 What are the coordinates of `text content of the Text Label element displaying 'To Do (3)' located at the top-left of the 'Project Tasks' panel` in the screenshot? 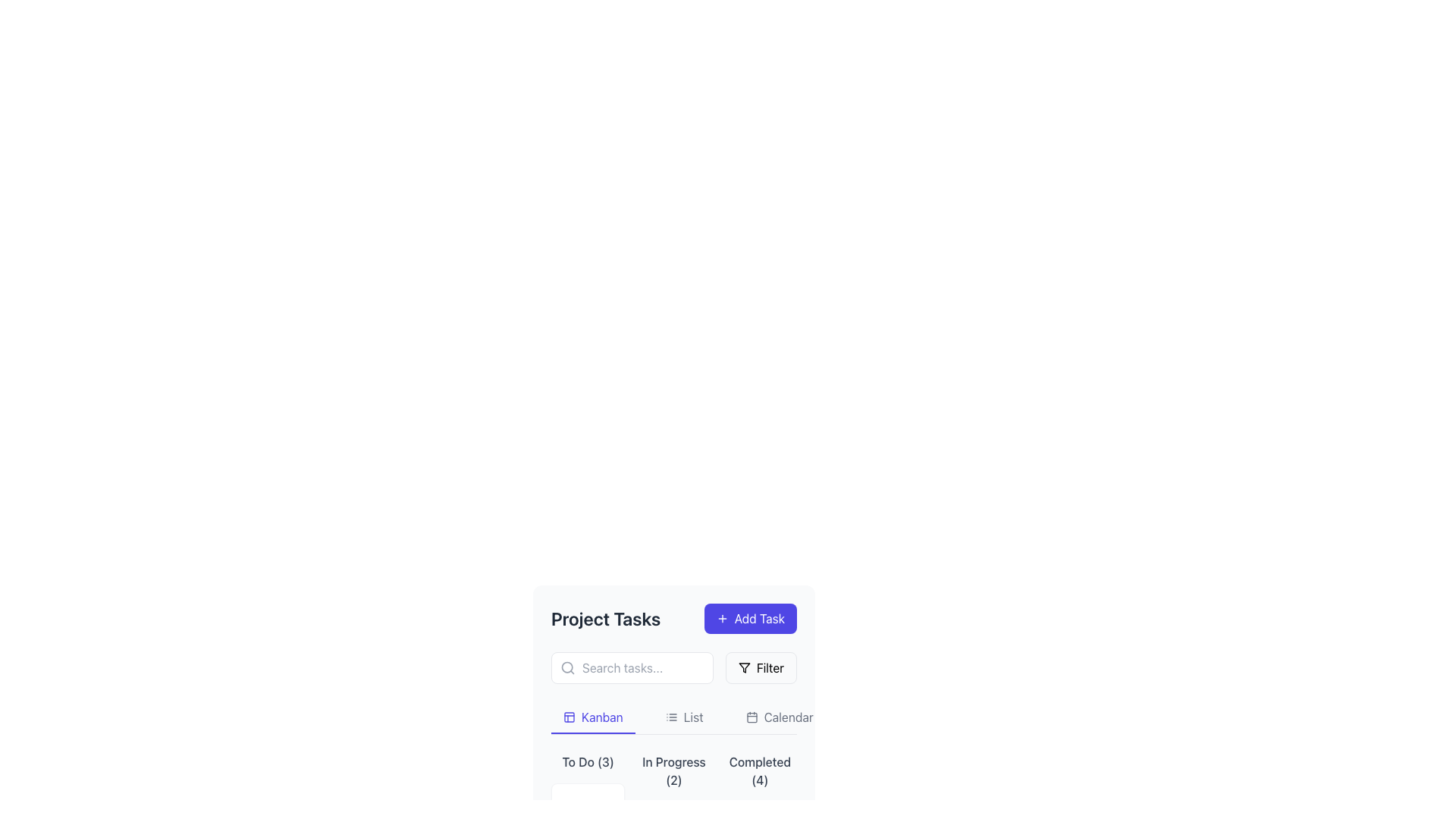 It's located at (587, 762).